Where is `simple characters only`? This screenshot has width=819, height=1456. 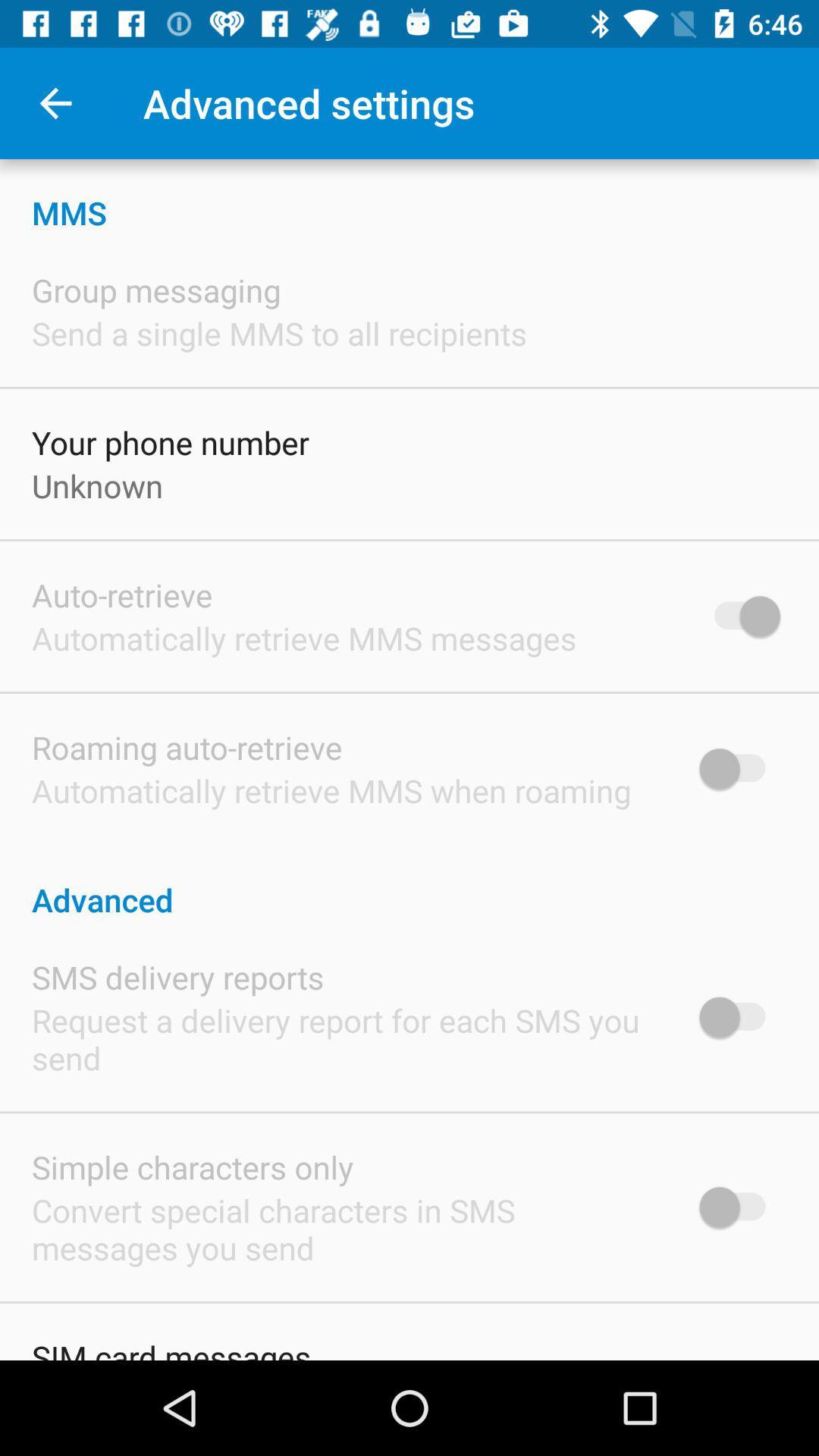 simple characters only is located at coordinates (192, 1166).